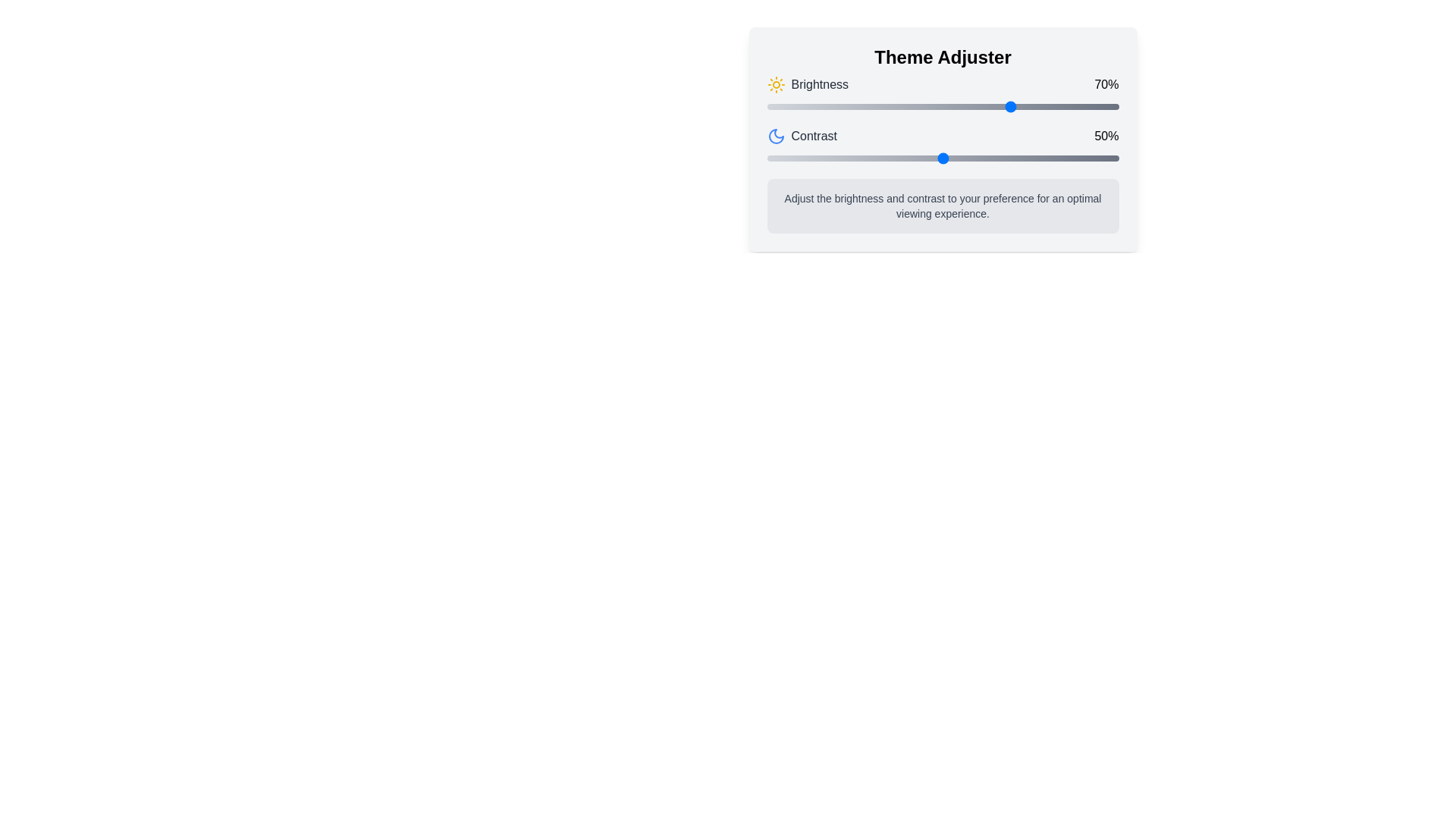 The height and width of the screenshot is (819, 1456). Describe the element at coordinates (801, 136) in the screenshot. I see `the associated moon icon of the 'Contrast' label located in the second row of the panel, which displays the text 'Contrast' alongside a blue moon icon` at that location.